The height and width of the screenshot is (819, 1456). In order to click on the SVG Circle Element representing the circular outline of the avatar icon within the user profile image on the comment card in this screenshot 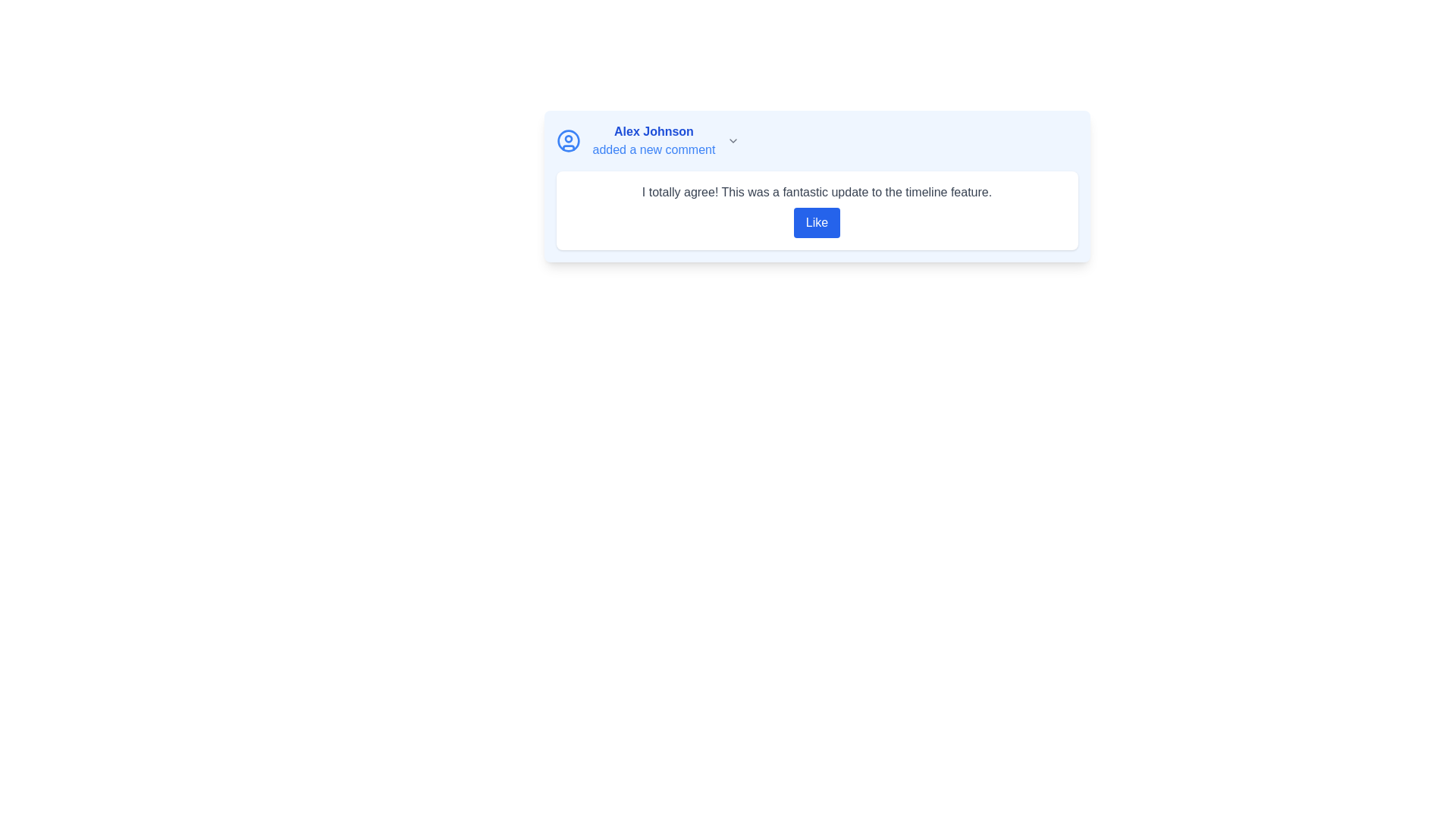, I will do `click(567, 140)`.